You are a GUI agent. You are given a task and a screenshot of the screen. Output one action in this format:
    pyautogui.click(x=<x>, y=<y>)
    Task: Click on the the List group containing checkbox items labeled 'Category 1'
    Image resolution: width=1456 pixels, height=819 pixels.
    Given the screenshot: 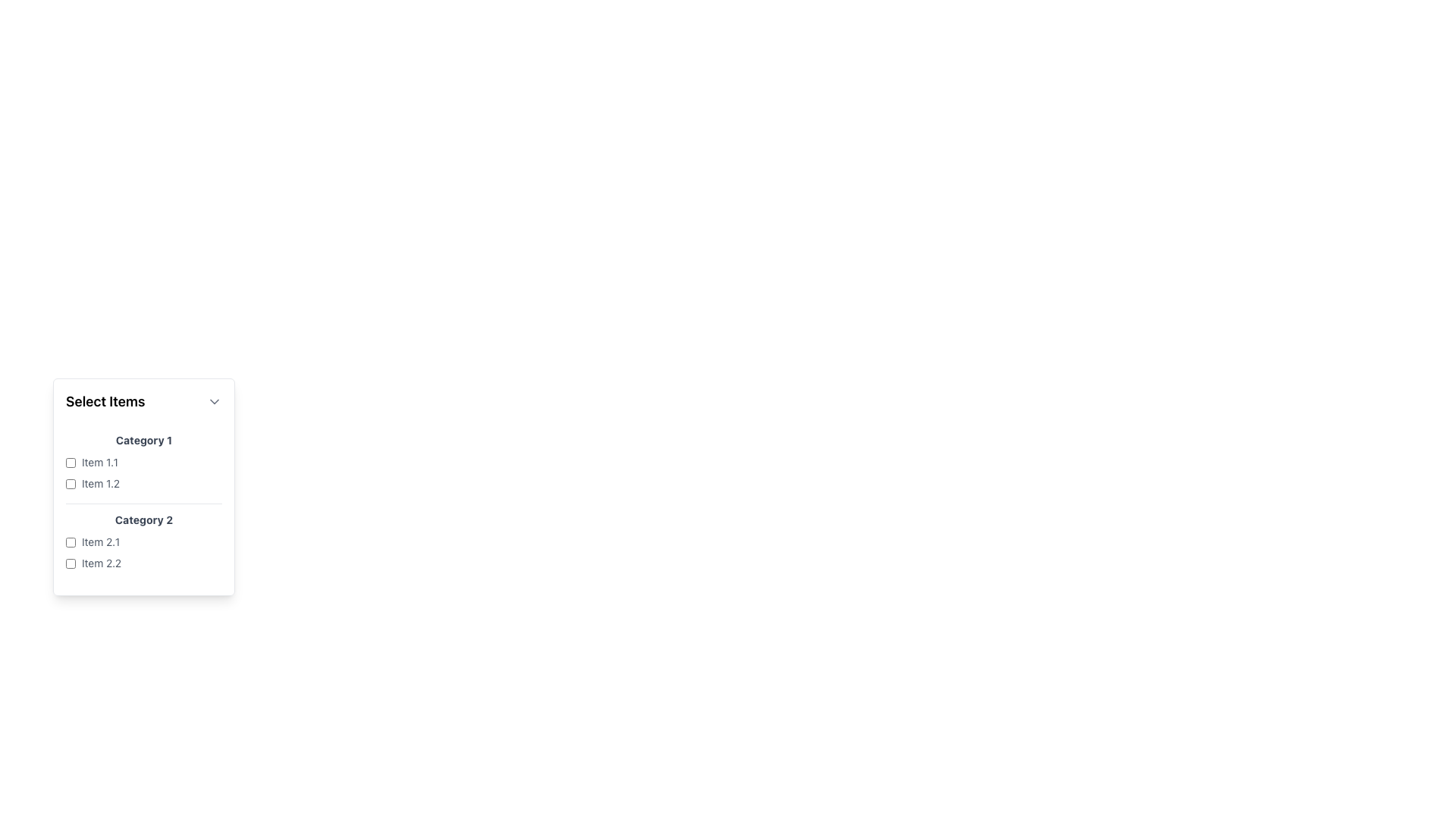 What is the action you would take?
    pyautogui.click(x=144, y=463)
    